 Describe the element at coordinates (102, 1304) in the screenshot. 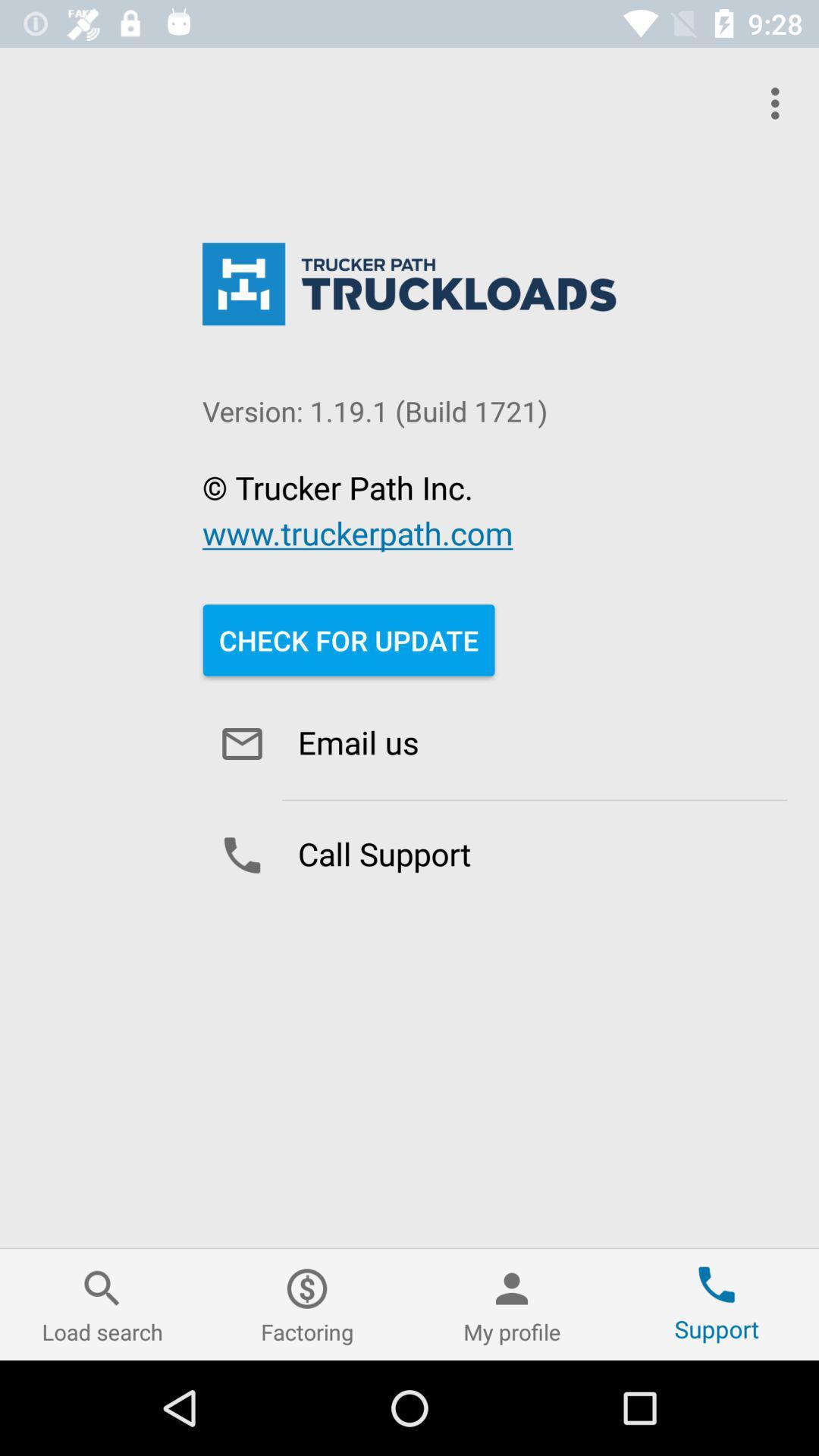

I see `item next to the factoring item` at that location.